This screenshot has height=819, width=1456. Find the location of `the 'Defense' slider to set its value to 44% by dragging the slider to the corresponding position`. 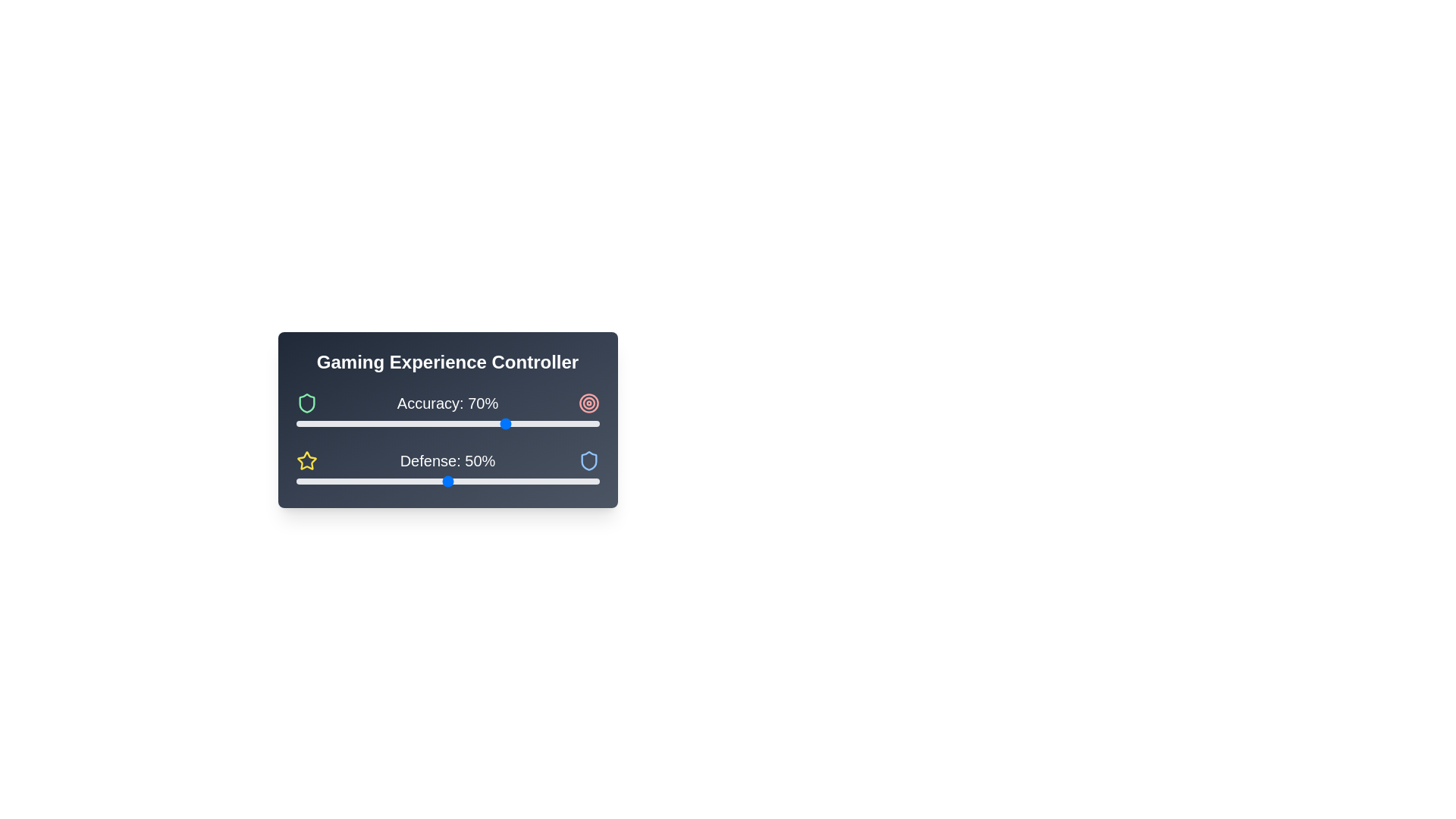

the 'Defense' slider to set its value to 44% by dragging the slider to the corresponding position is located at coordinates (428, 482).